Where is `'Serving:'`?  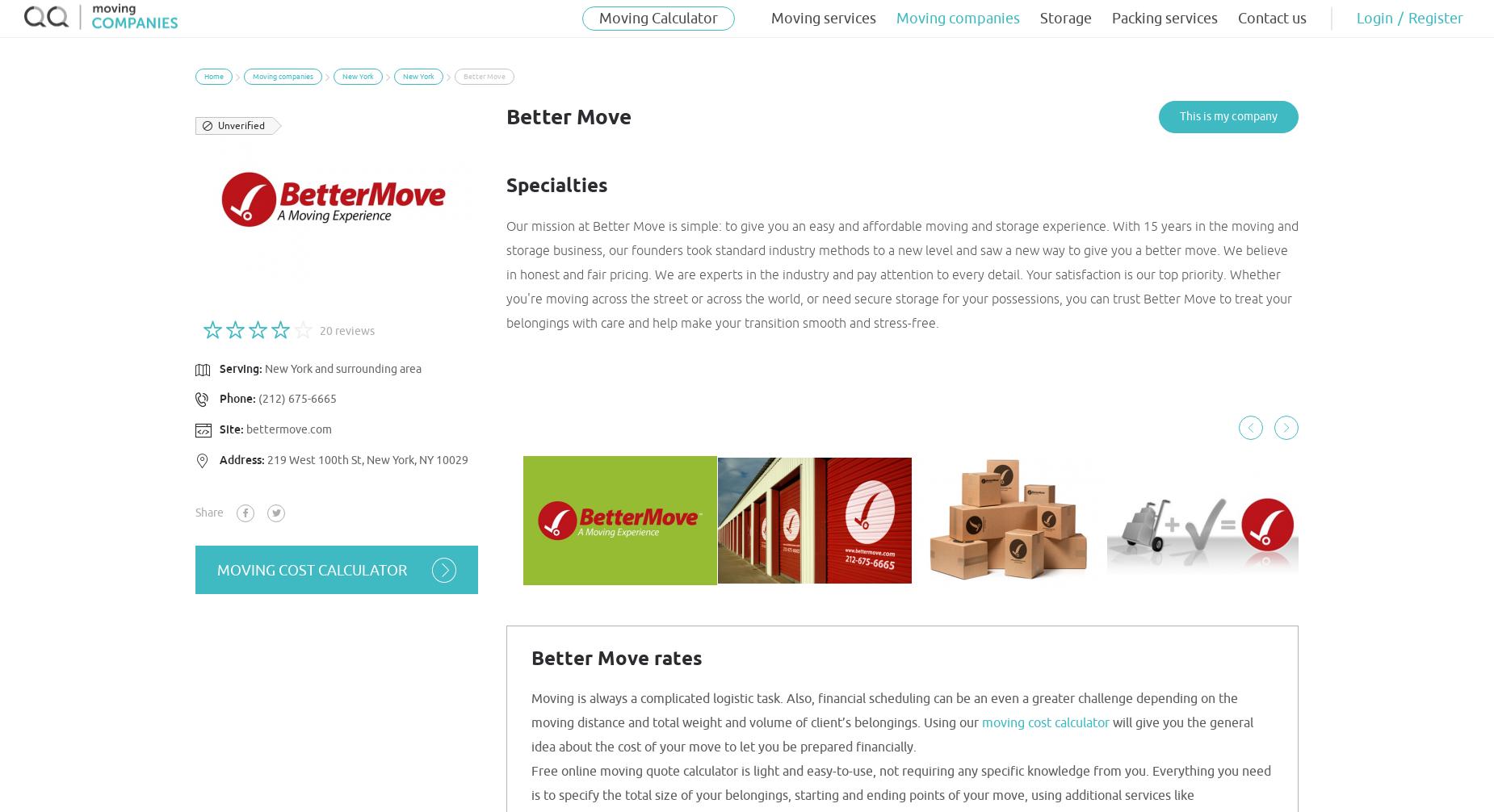 'Serving:' is located at coordinates (241, 367).